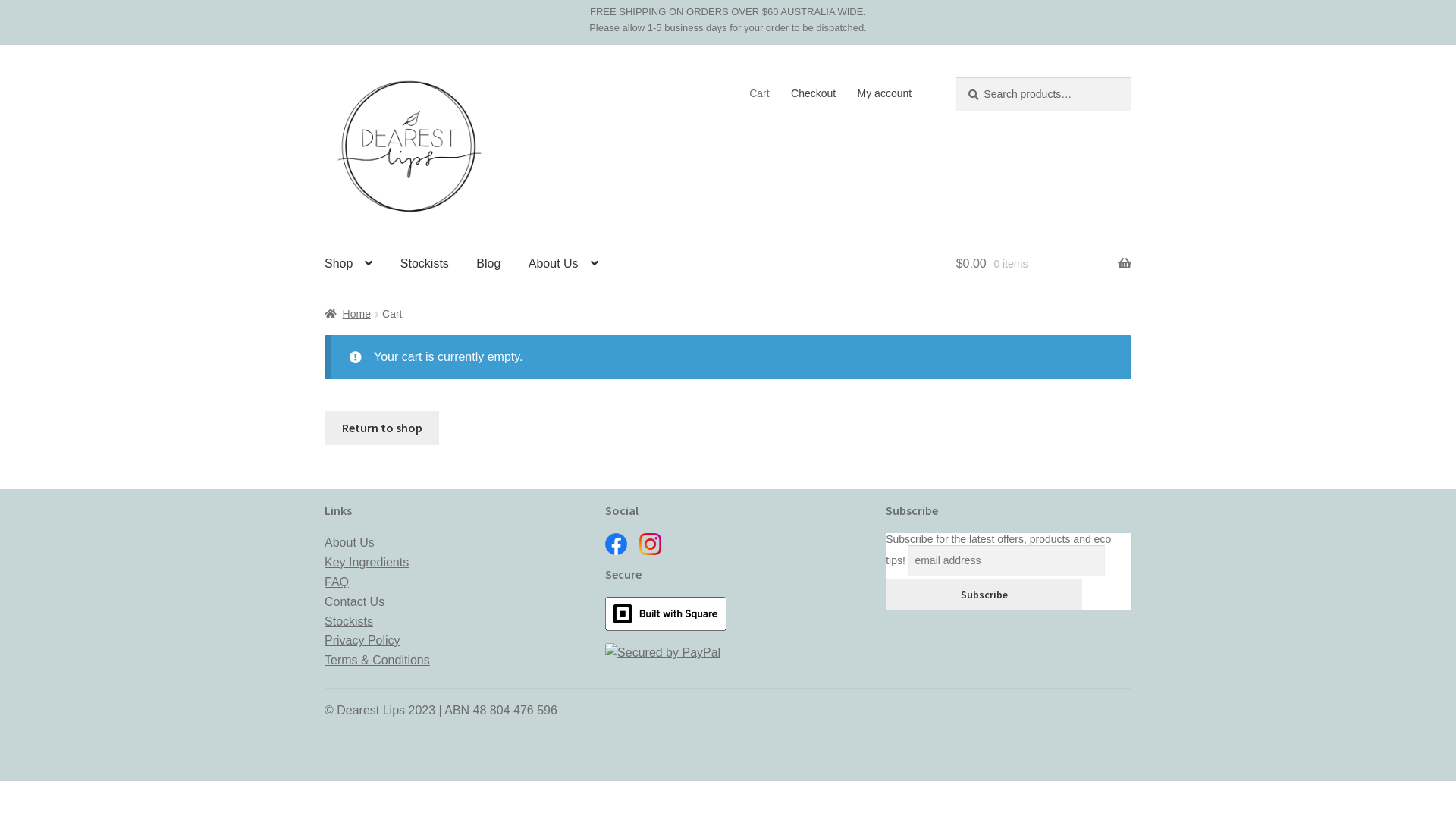 Image resolution: width=1456 pixels, height=819 pixels. I want to click on '$0.00 0 items', so click(1043, 262).